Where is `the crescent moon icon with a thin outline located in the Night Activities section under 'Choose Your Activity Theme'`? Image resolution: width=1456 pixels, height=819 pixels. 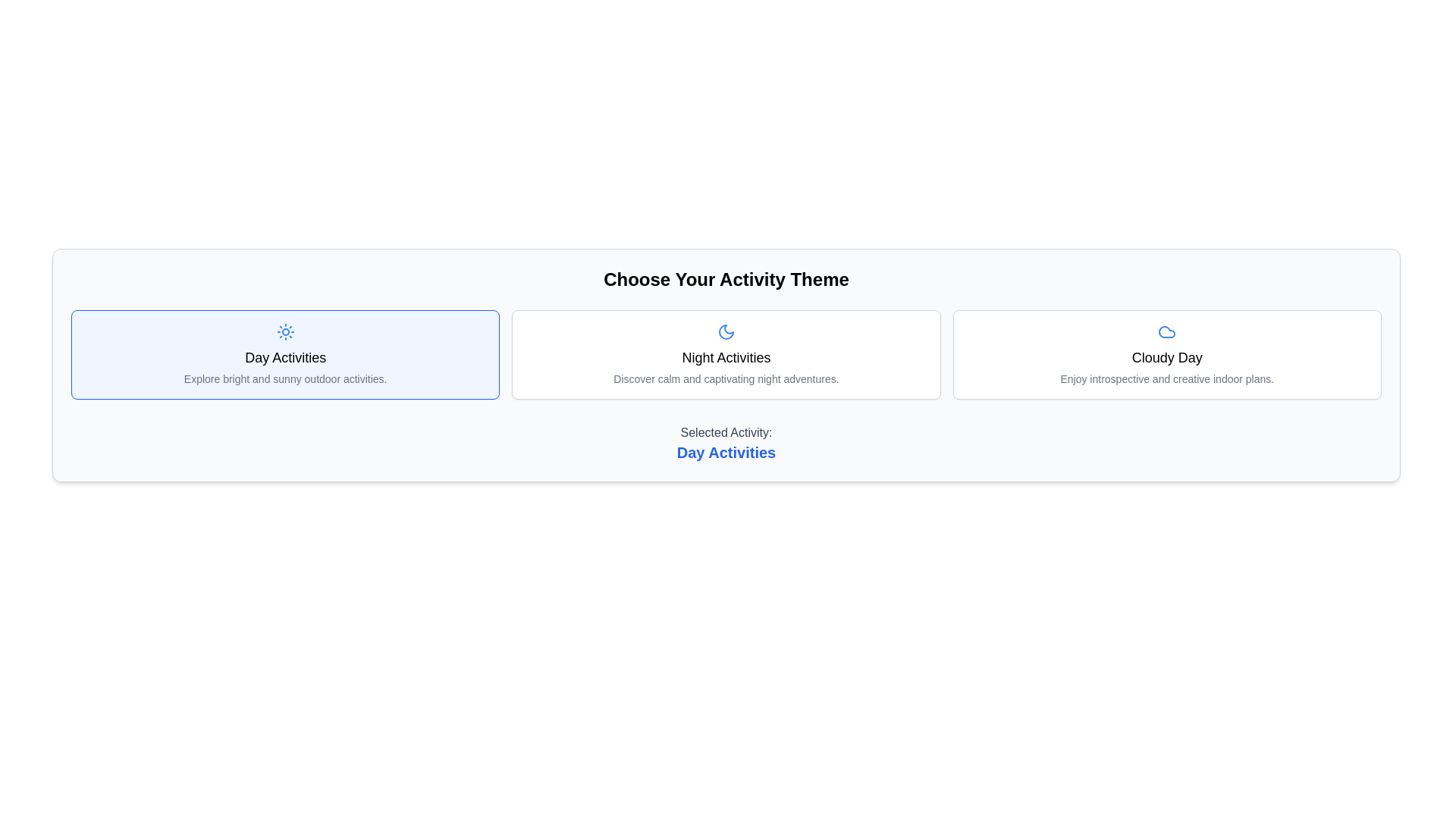
the crescent moon icon with a thin outline located in the Night Activities section under 'Choose Your Activity Theme' is located at coordinates (725, 331).